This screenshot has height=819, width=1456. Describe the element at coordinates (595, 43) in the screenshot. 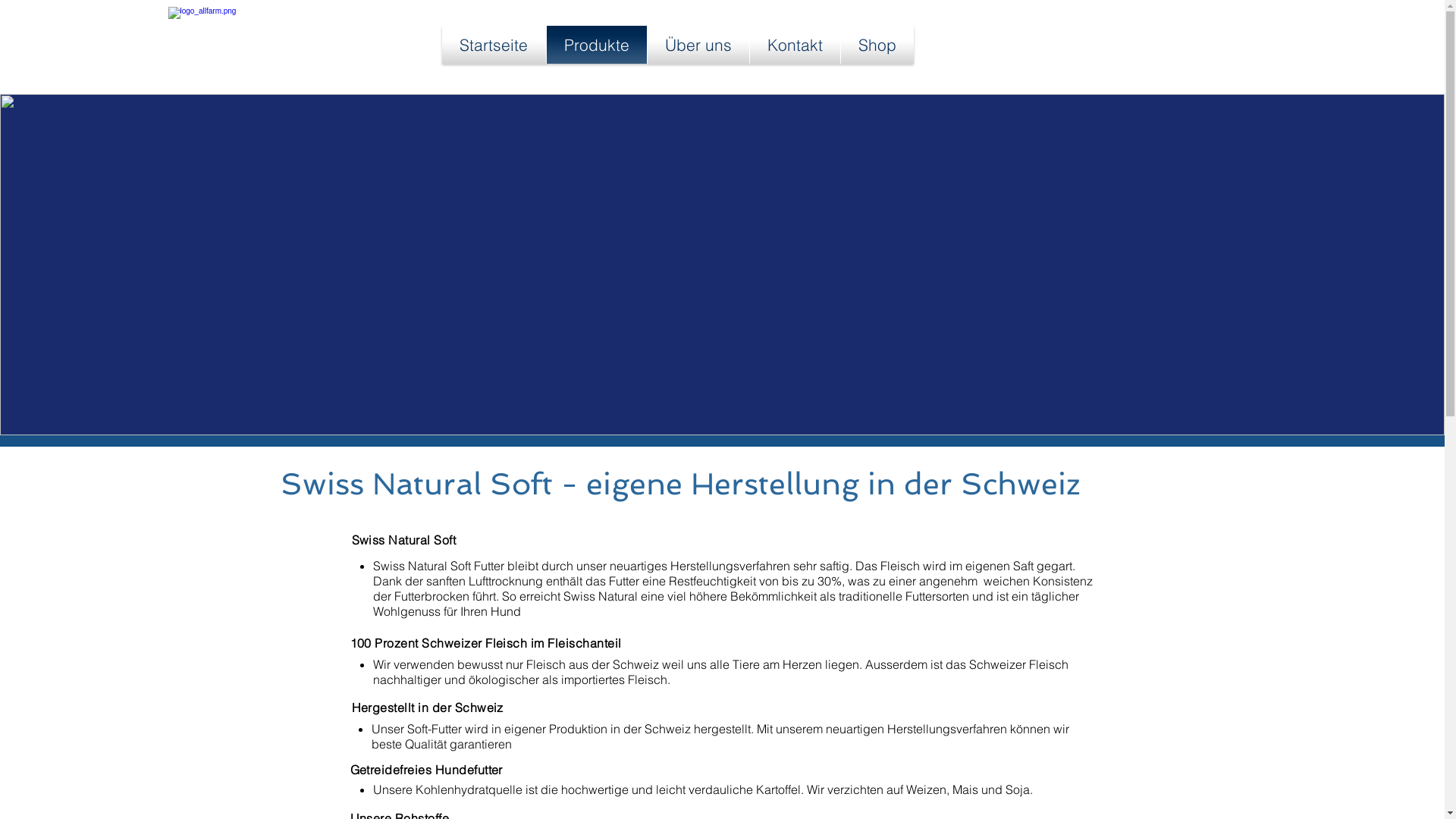

I see `'Produkte'` at that location.